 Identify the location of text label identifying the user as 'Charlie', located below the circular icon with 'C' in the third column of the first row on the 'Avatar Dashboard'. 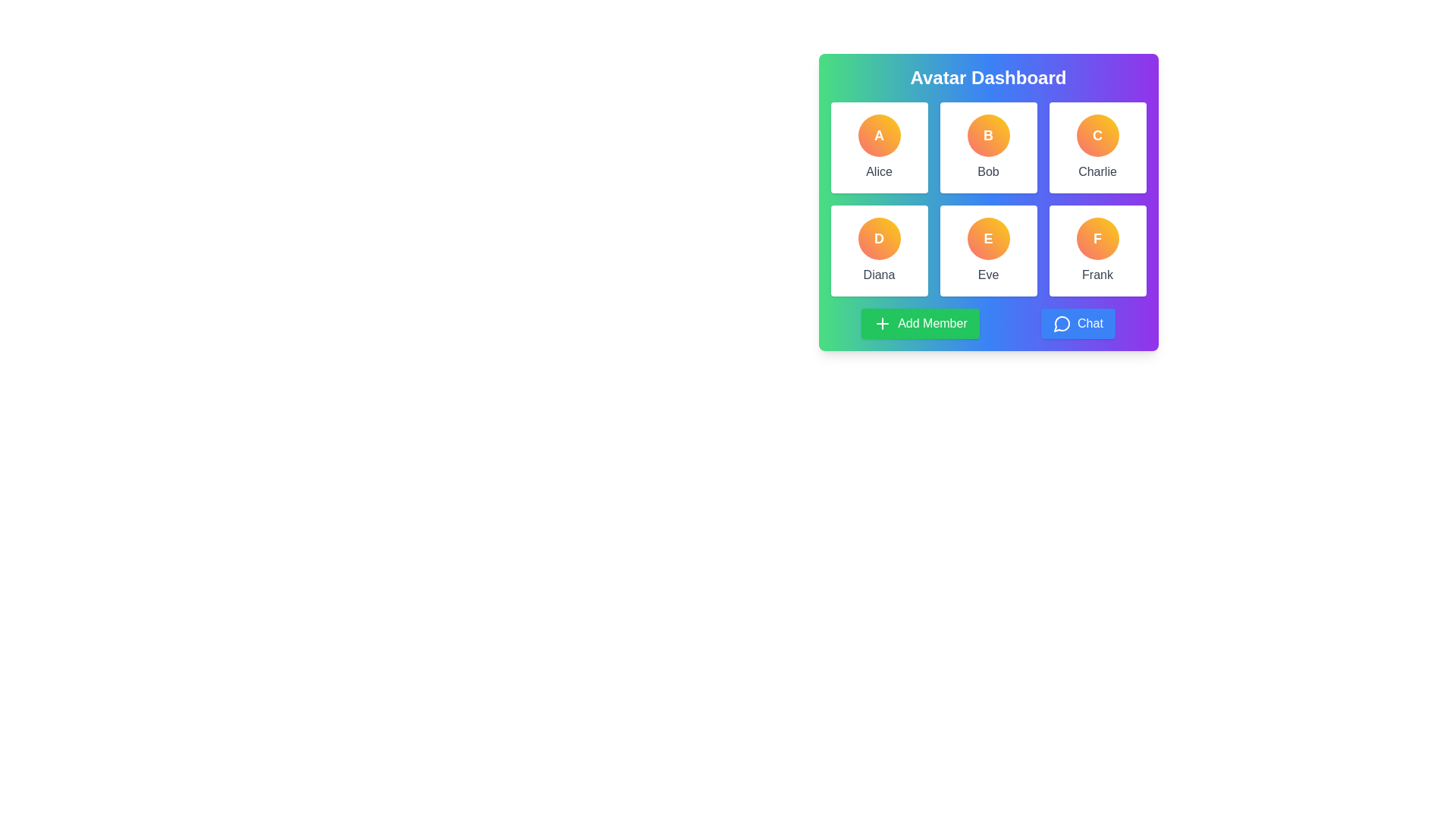
(1097, 171).